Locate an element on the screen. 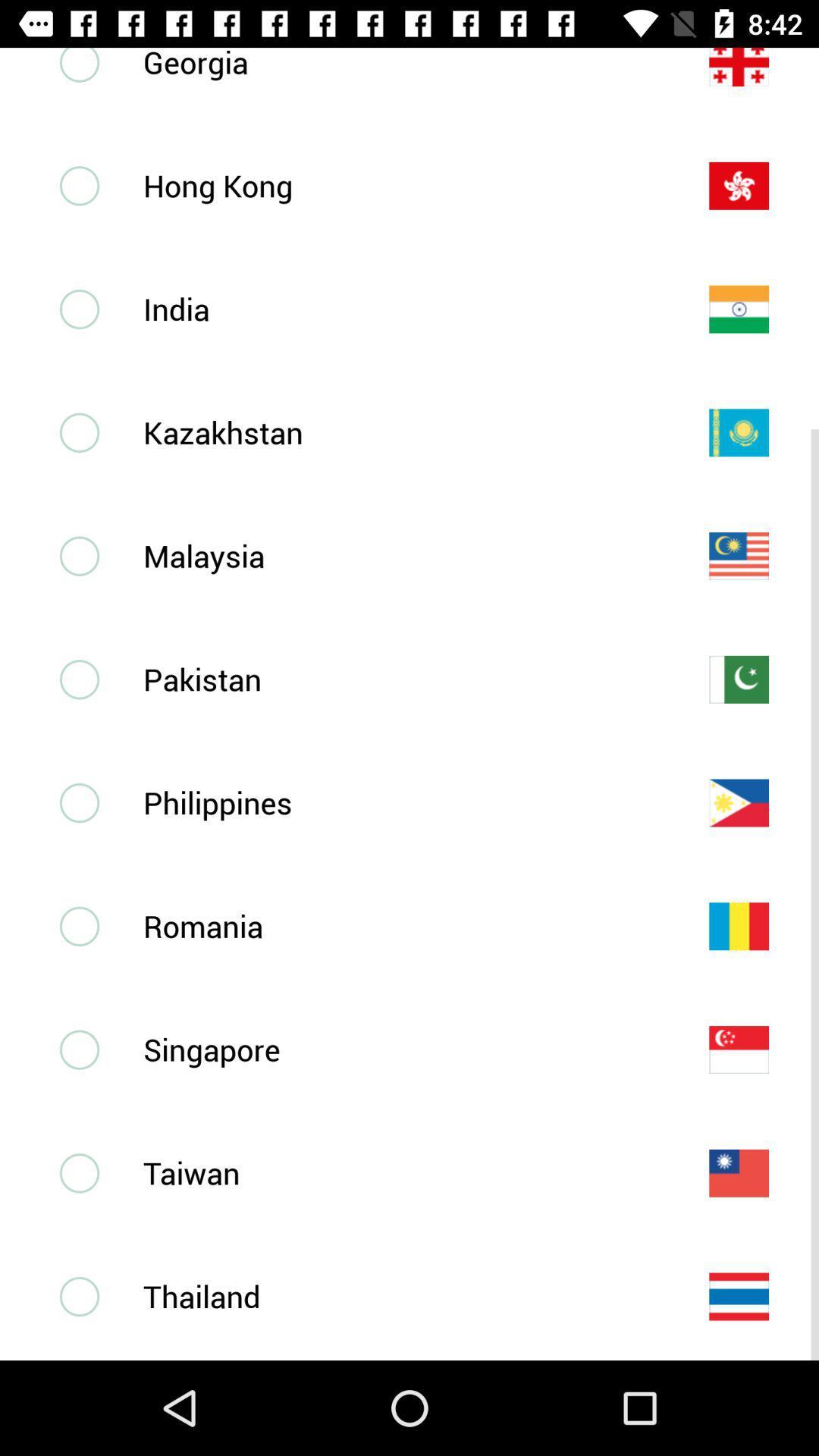 Image resolution: width=819 pixels, height=1456 pixels. singapore is located at coordinates (400, 1049).